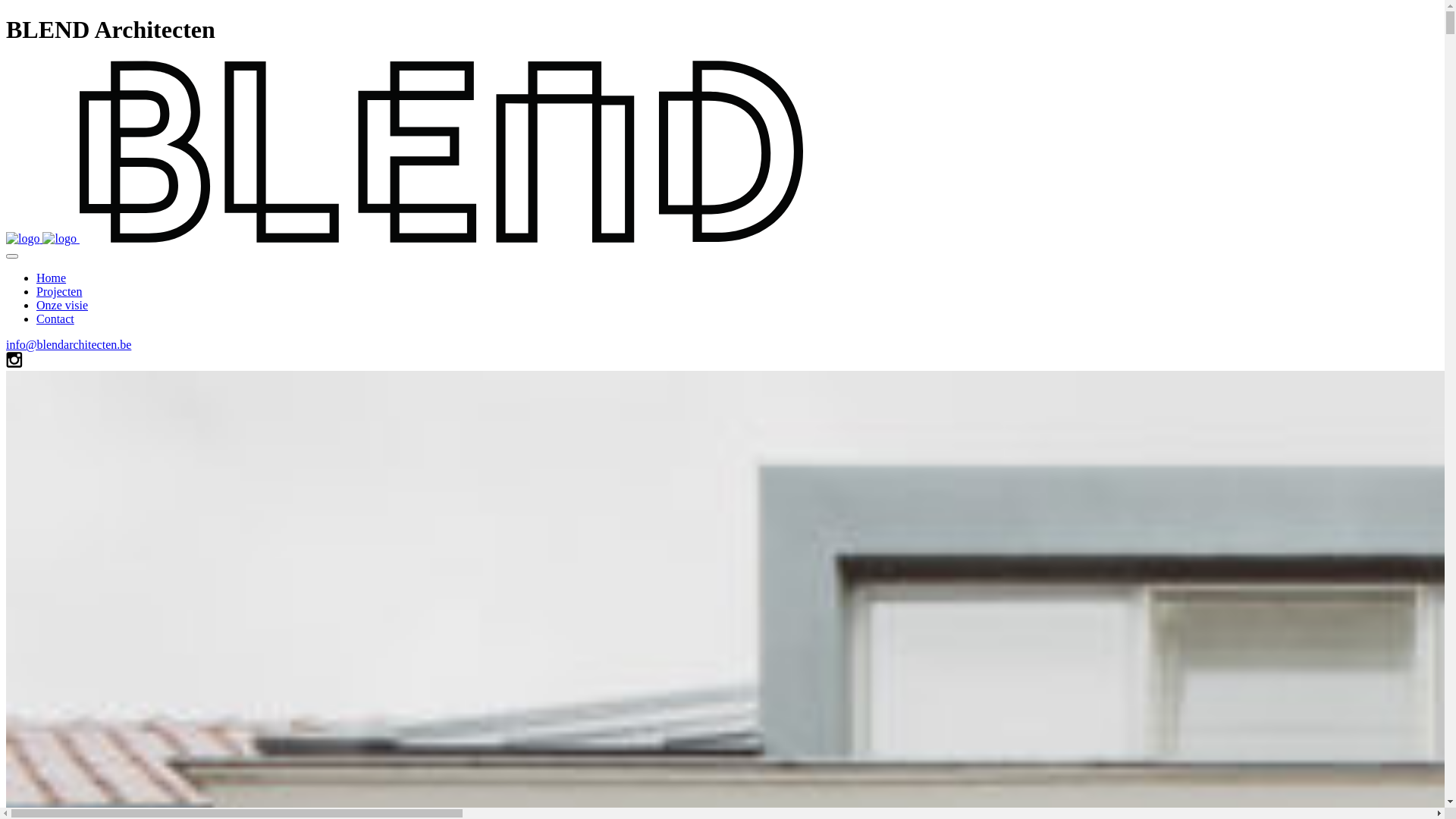 The image size is (1456, 819). What do you see at coordinates (61, 305) in the screenshot?
I see `'Onze visie'` at bounding box center [61, 305].